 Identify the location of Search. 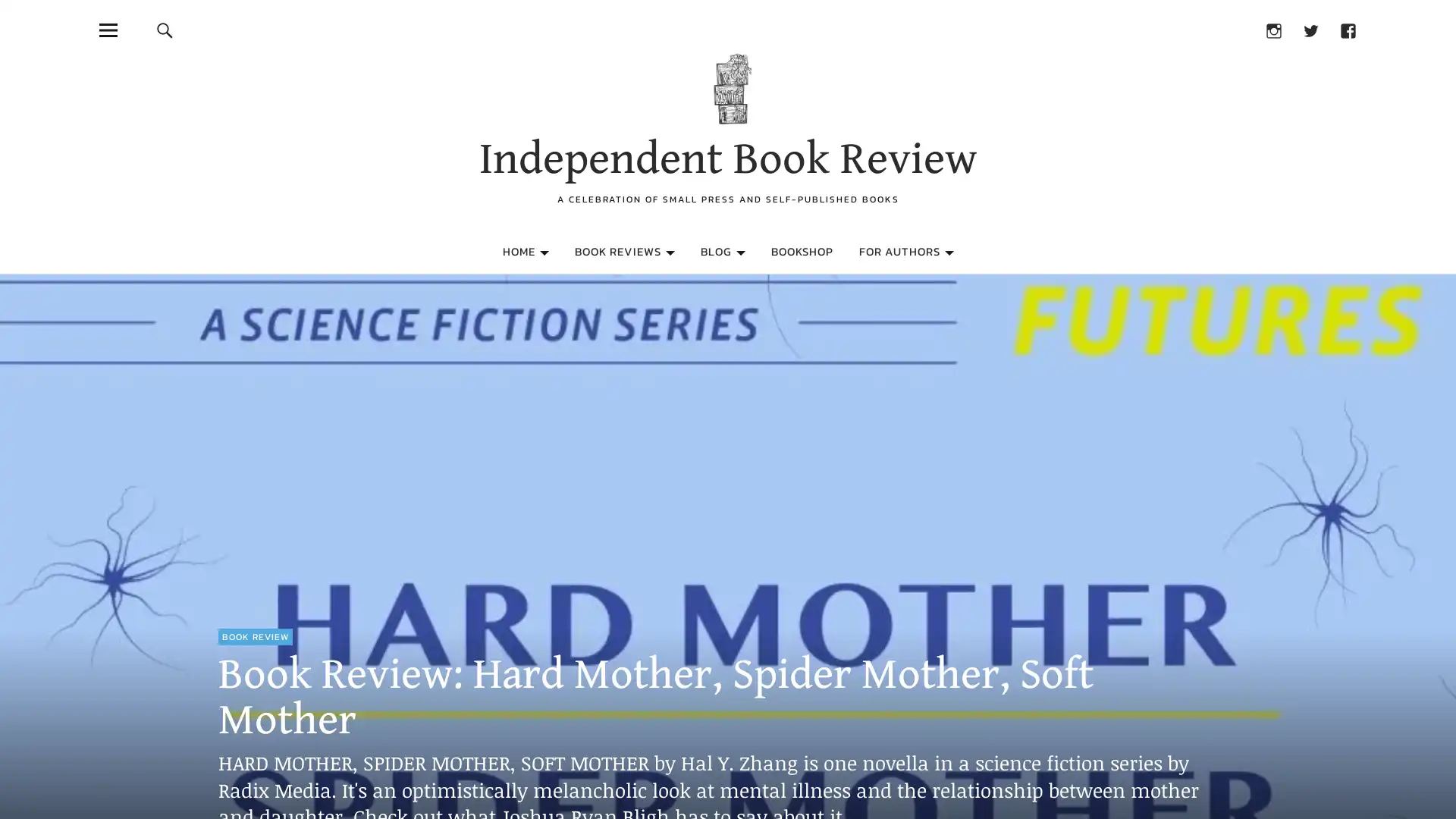
(164, 30).